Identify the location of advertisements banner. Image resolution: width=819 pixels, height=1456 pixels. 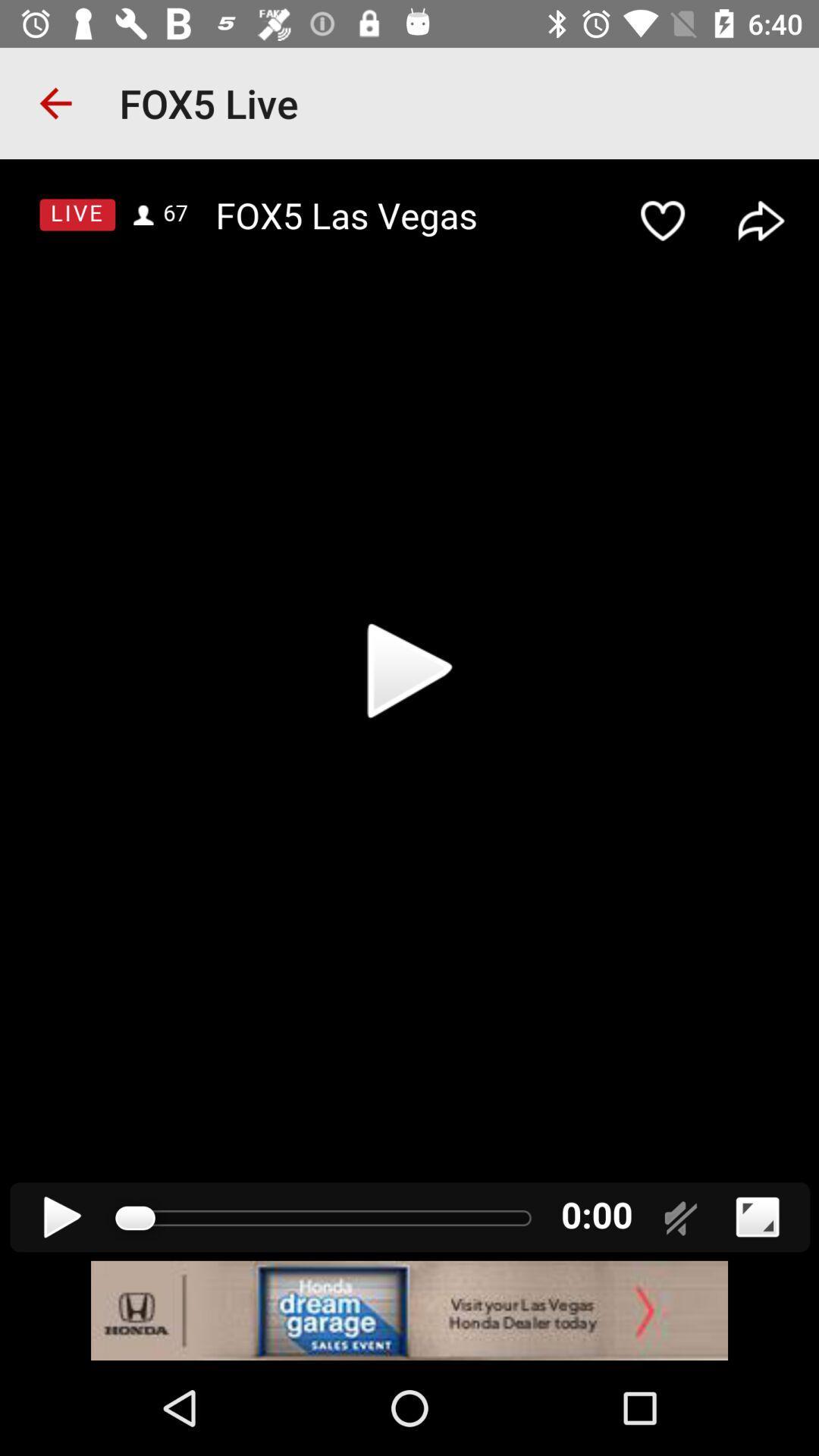
(409, 1310).